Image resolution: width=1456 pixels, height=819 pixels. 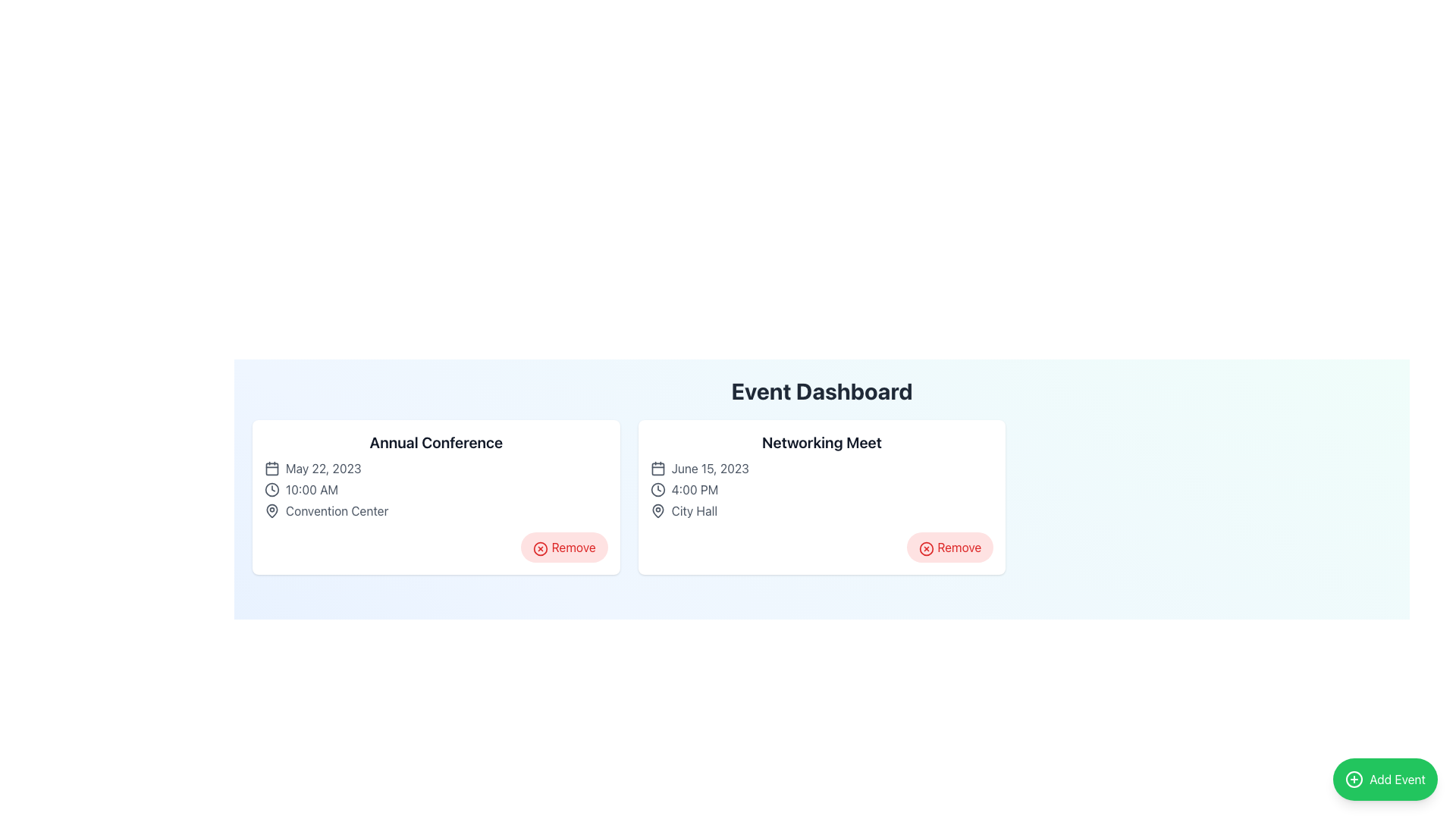 I want to click on the map pin icon located at the bottom of the 'Networking Meet' card, which indicates the location 'City Hall', so click(x=657, y=511).